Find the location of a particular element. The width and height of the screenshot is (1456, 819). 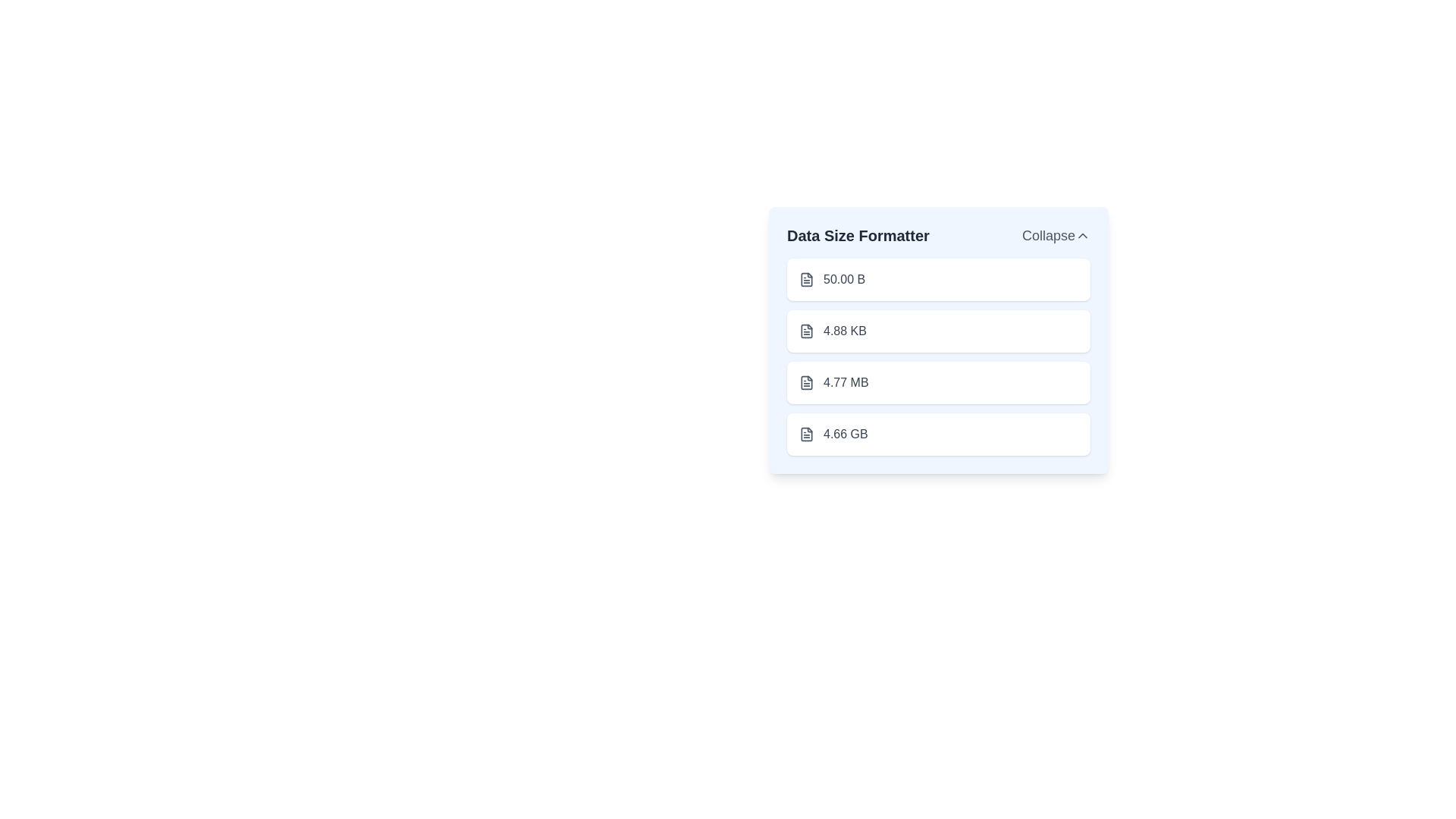

the toggle button located in the upper-right corner of the module is located at coordinates (1082, 236).